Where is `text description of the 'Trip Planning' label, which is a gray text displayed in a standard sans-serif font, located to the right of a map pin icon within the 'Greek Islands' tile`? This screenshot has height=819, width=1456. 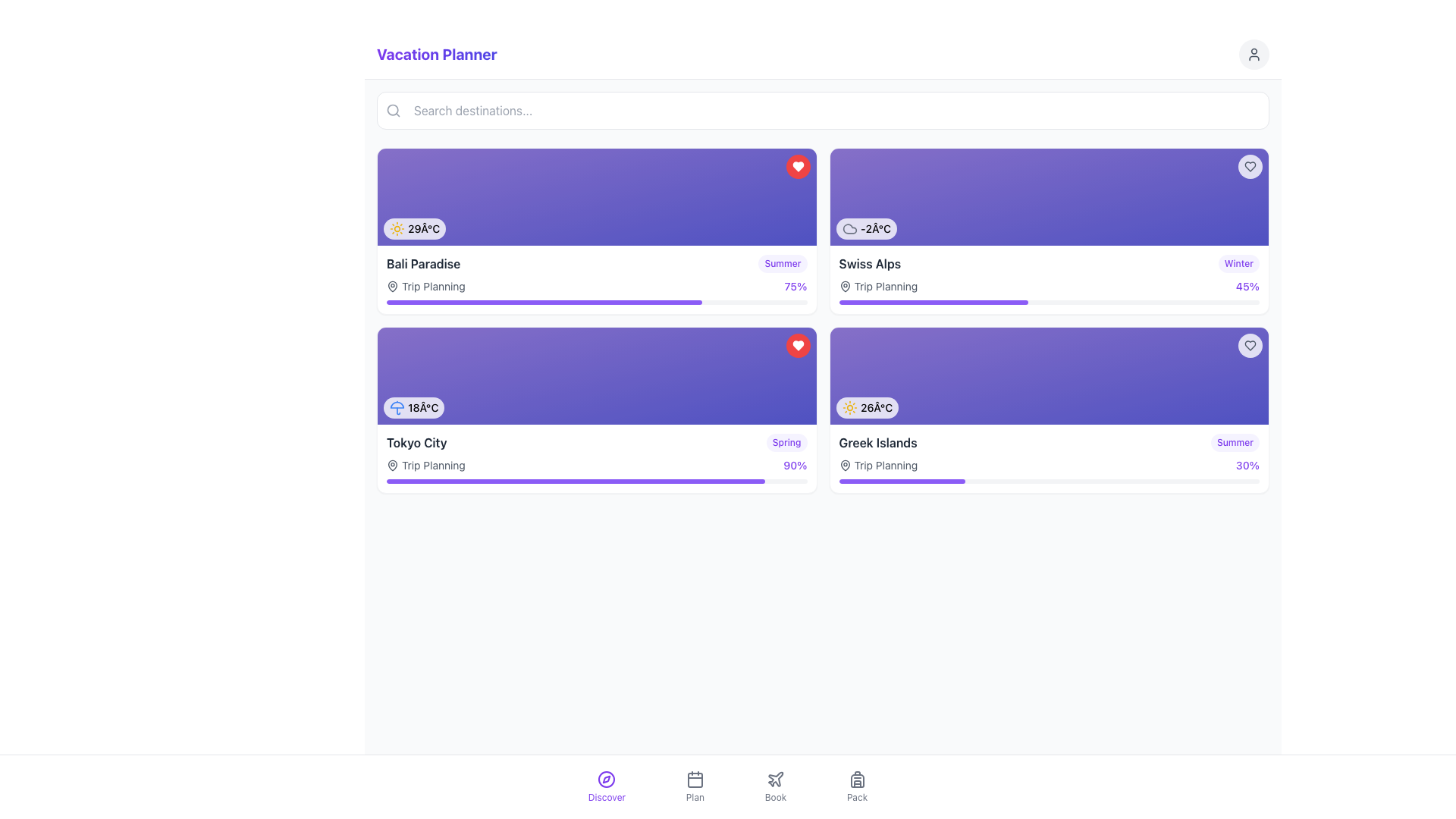
text description of the 'Trip Planning' label, which is a gray text displayed in a standard sans-serif font, located to the right of a map pin icon within the 'Greek Islands' tile is located at coordinates (886, 464).